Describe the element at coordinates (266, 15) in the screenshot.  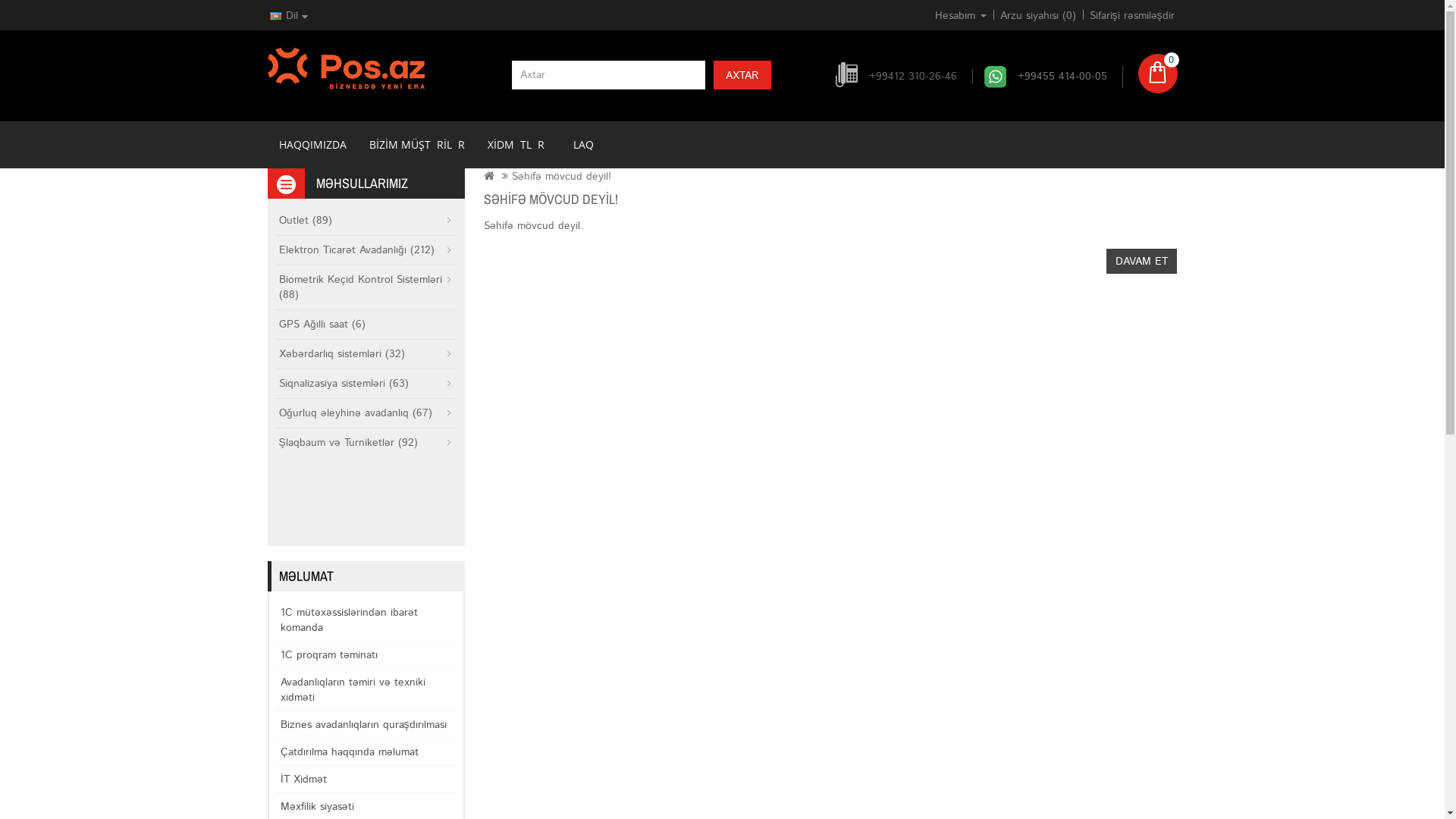
I see `'Dil'` at that location.